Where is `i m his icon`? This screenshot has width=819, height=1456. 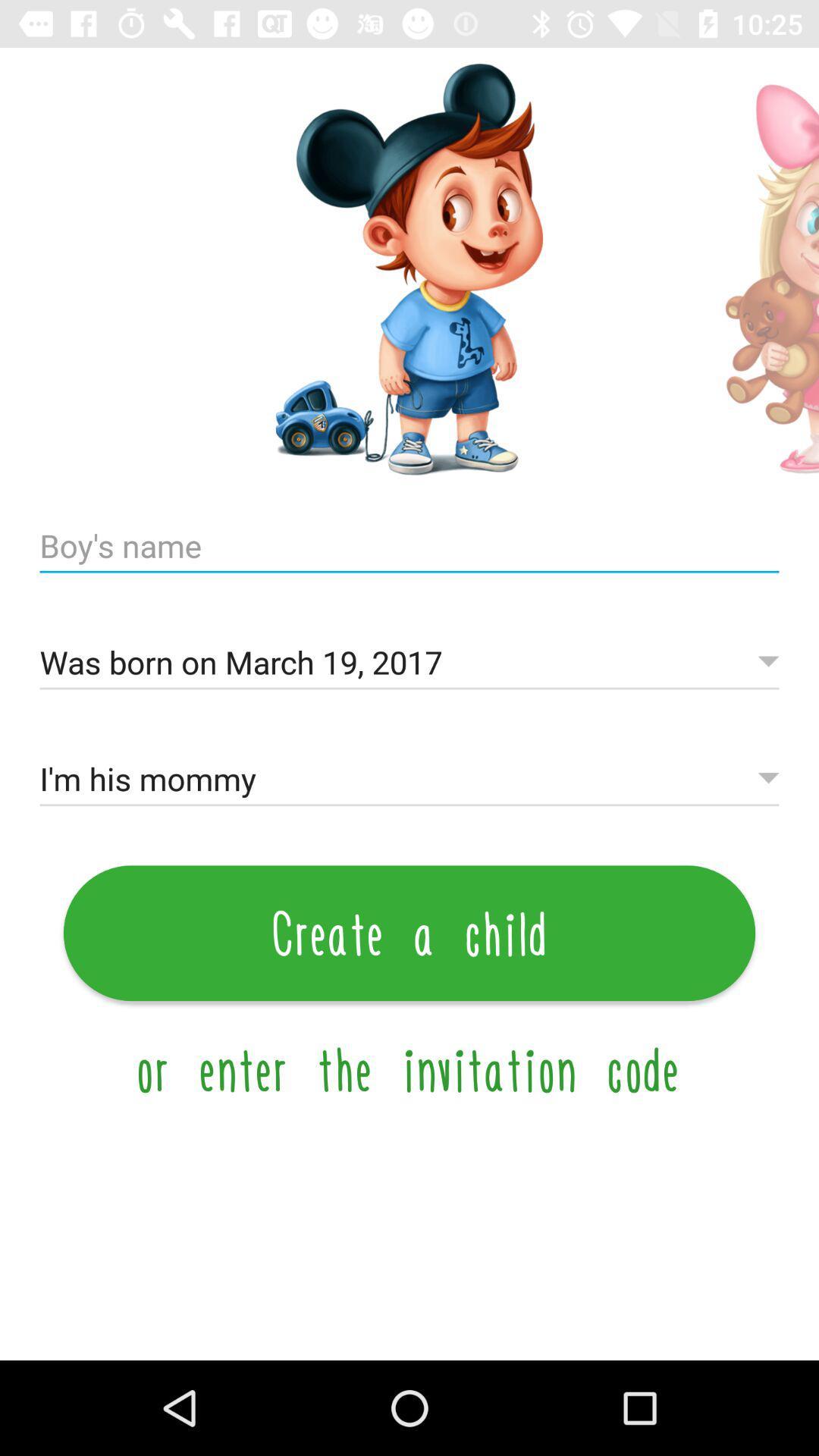 i m his icon is located at coordinates (409, 779).